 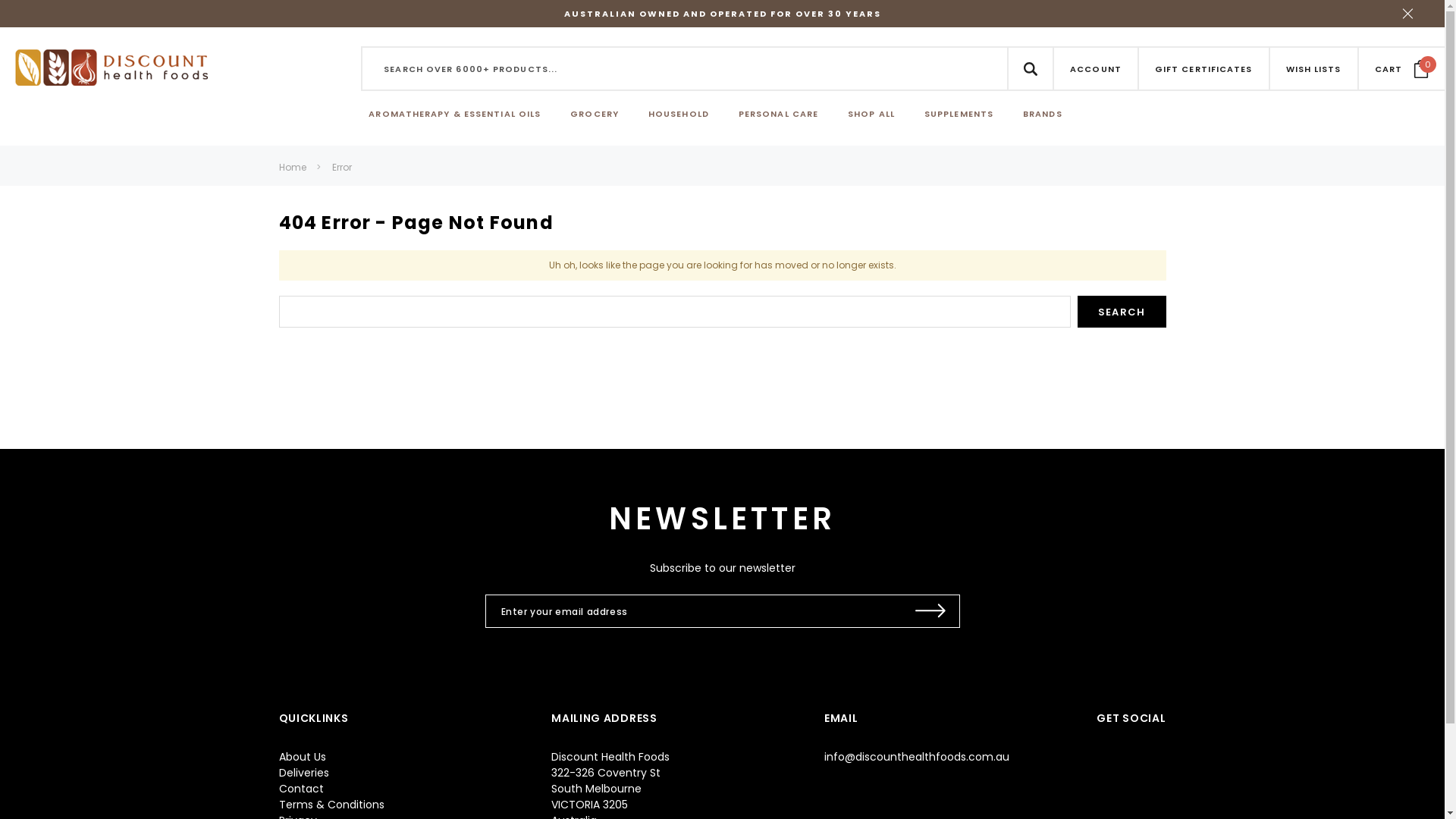 I want to click on 'PERSONAL CARE', so click(x=778, y=113).